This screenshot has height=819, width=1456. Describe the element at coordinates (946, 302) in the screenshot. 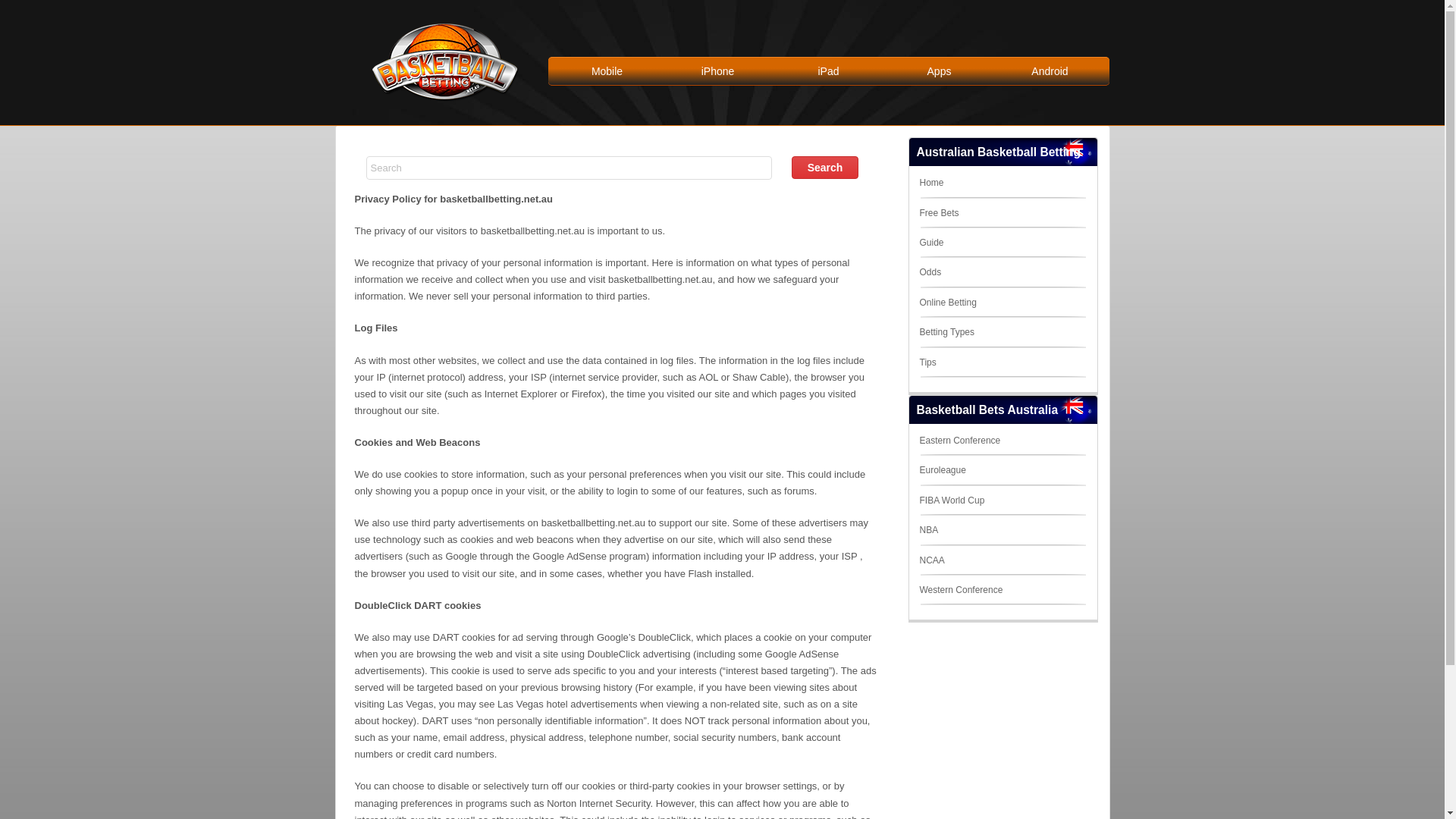

I see `'Online Betting'` at that location.